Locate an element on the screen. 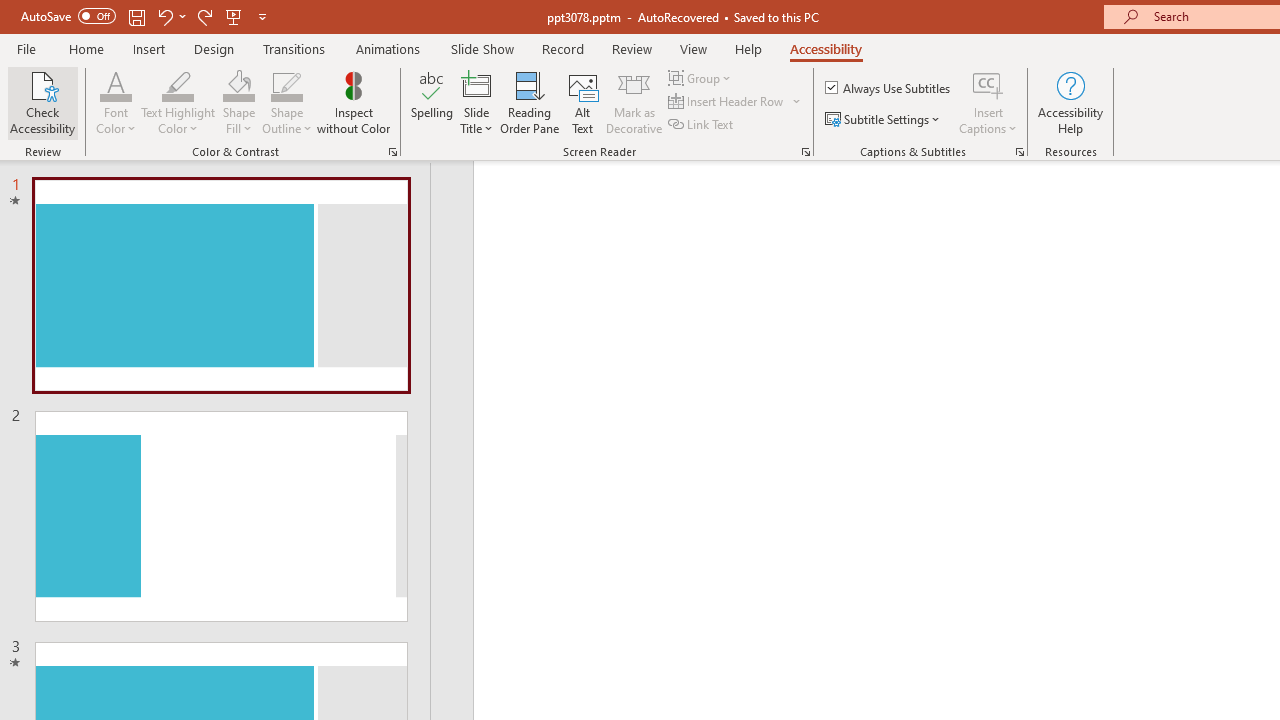 The height and width of the screenshot is (720, 1280). 'Subtitle Settings' is located at coordinates (883, 119).